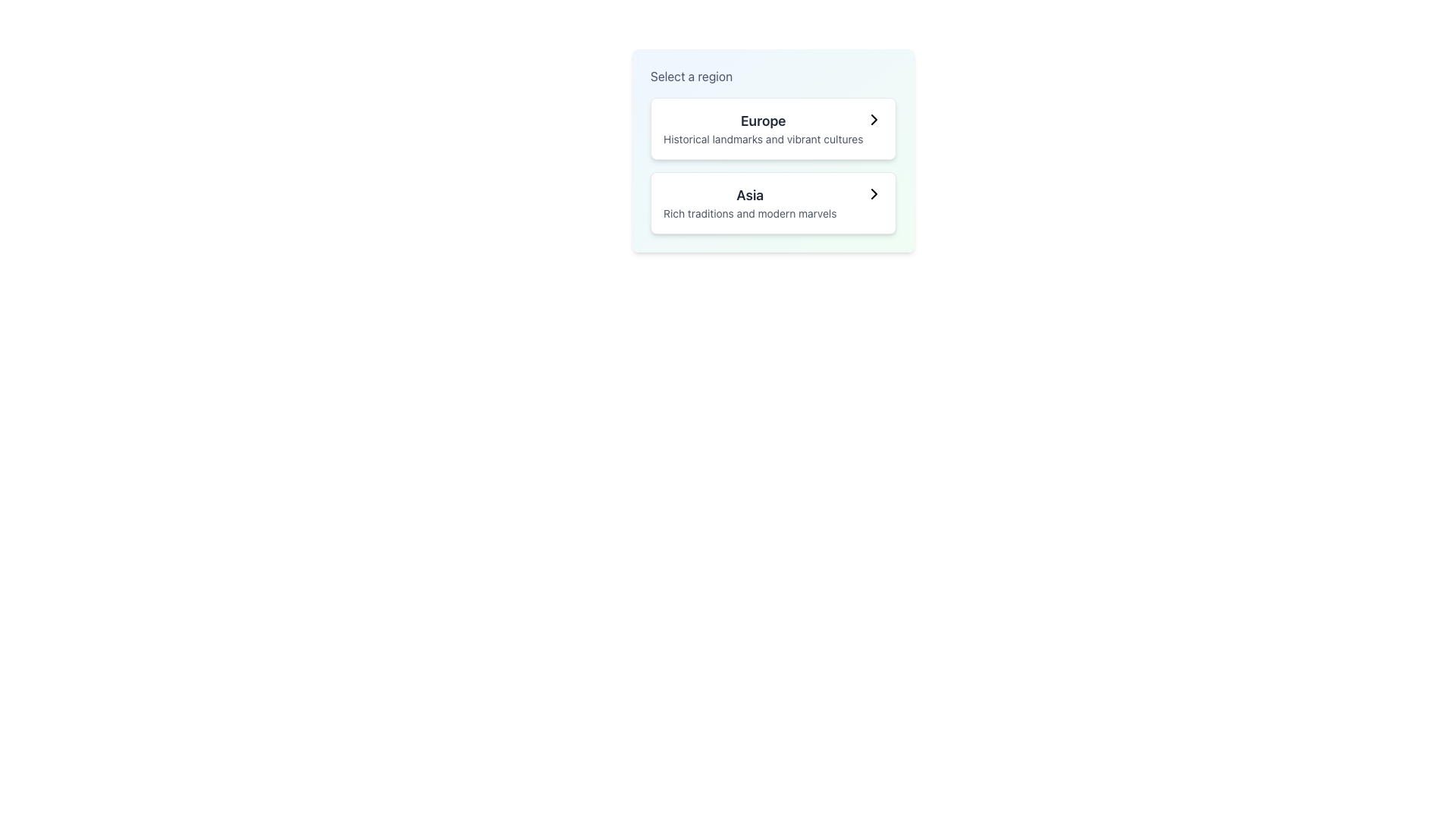 The width and height of the screenshot is (1456, 819). Describe the element at coordinates (691, 76) in the screenshot. I see `the text label 'Select a region' which is styled in light gray and positioned at the top of the section box containing region selection options` at that location.